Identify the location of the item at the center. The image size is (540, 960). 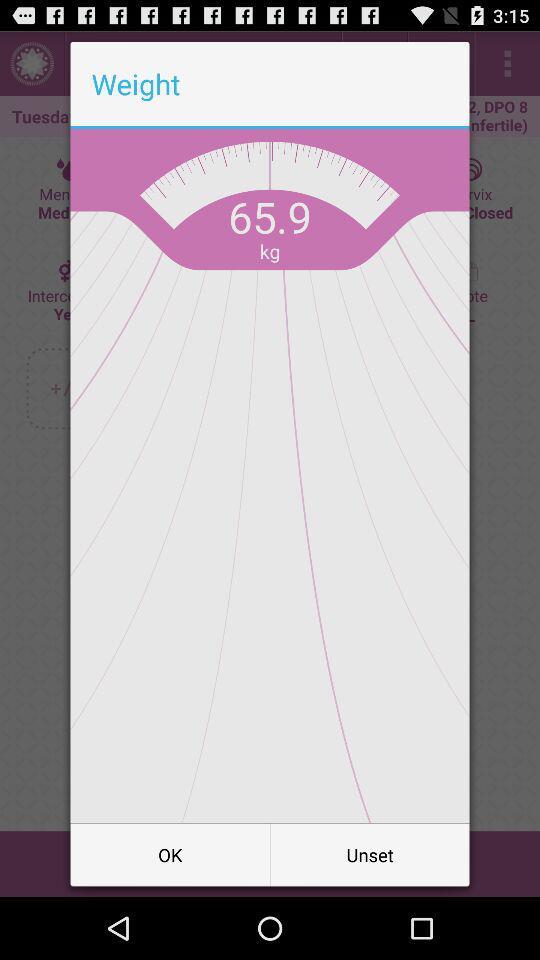
(270, 475).